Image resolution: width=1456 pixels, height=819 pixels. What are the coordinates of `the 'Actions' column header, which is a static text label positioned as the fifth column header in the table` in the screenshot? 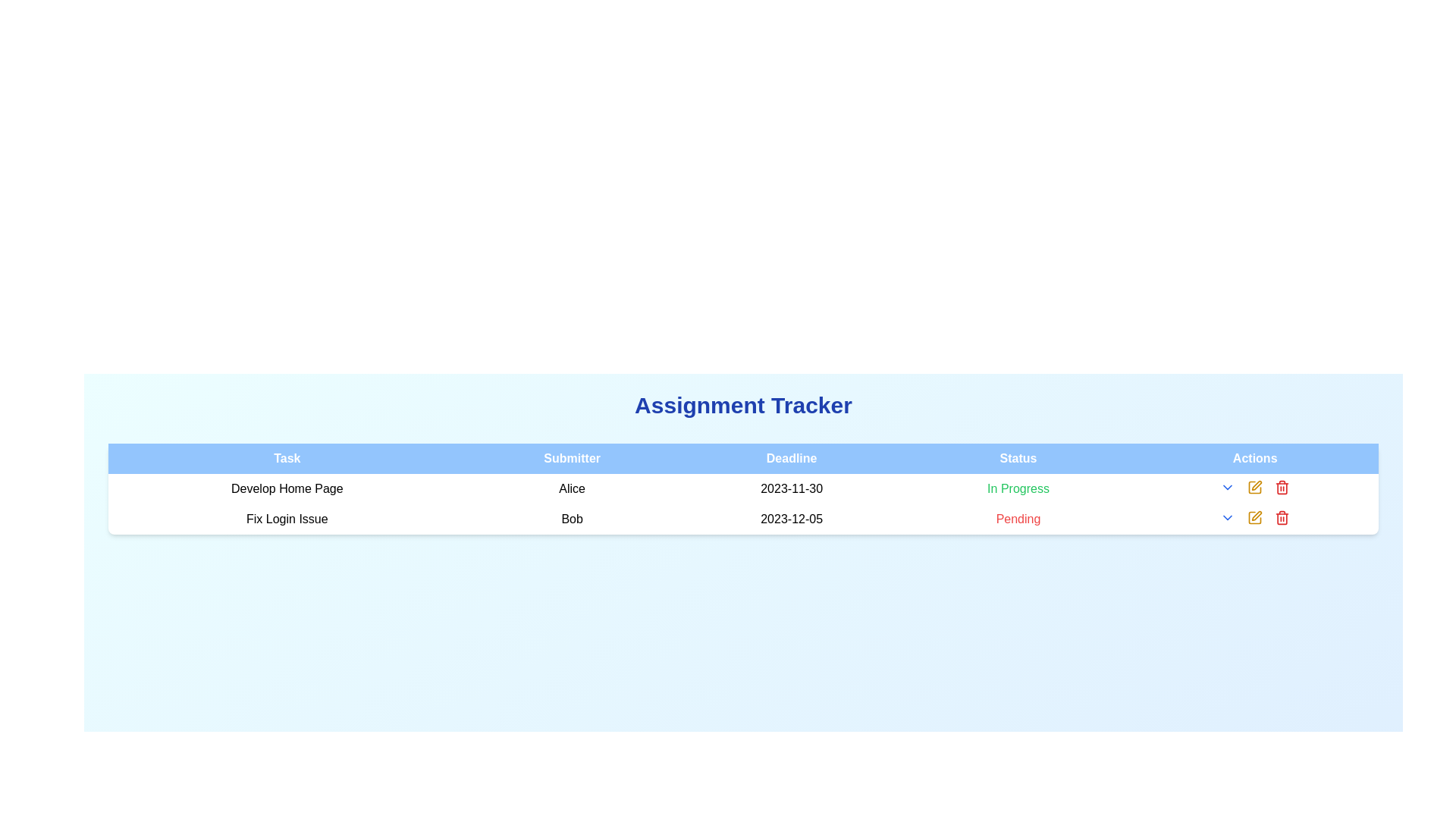 It's located at (1255, 458).